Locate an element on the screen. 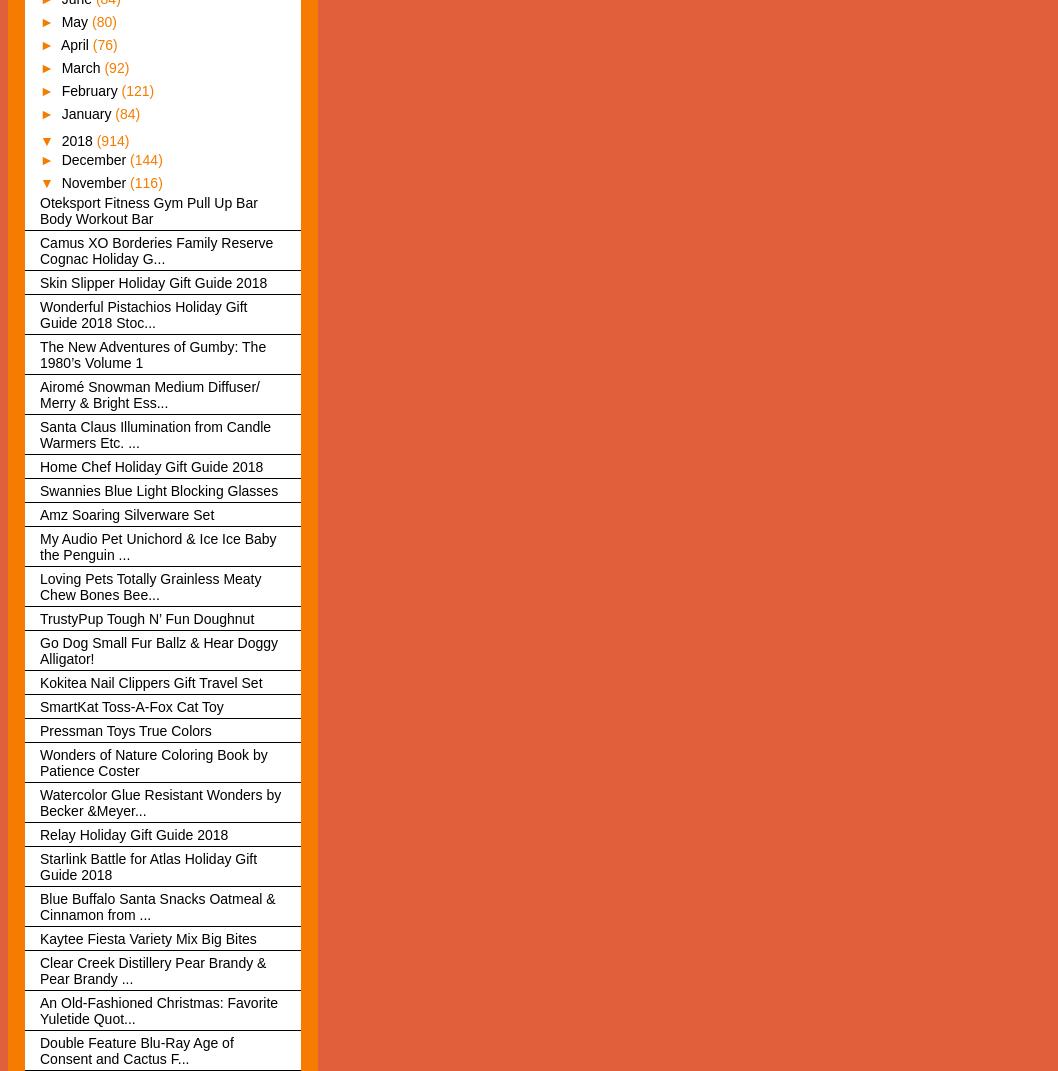 The width and height of the screenshot is (1058, 1071). 'April' is located at coordinates (75, 43).